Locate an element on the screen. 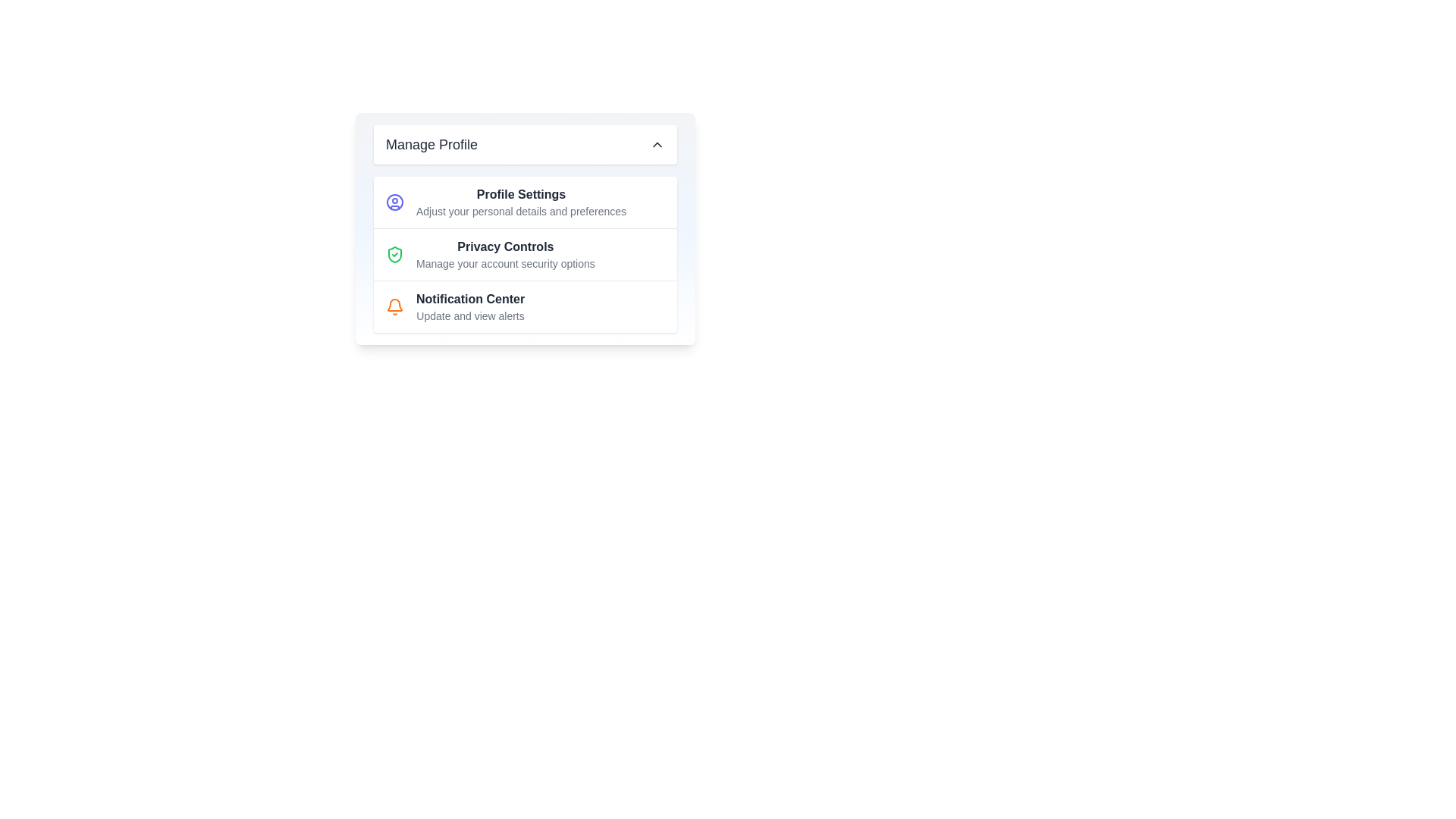 The height and width of the screenshot is (819, 1456). the shield icon indicating the security or privacy-related feature in the 'Privacy Controls' section, positioned between 'Profile Settings' and 'Notification Center' is located at coordinates (395, 253).